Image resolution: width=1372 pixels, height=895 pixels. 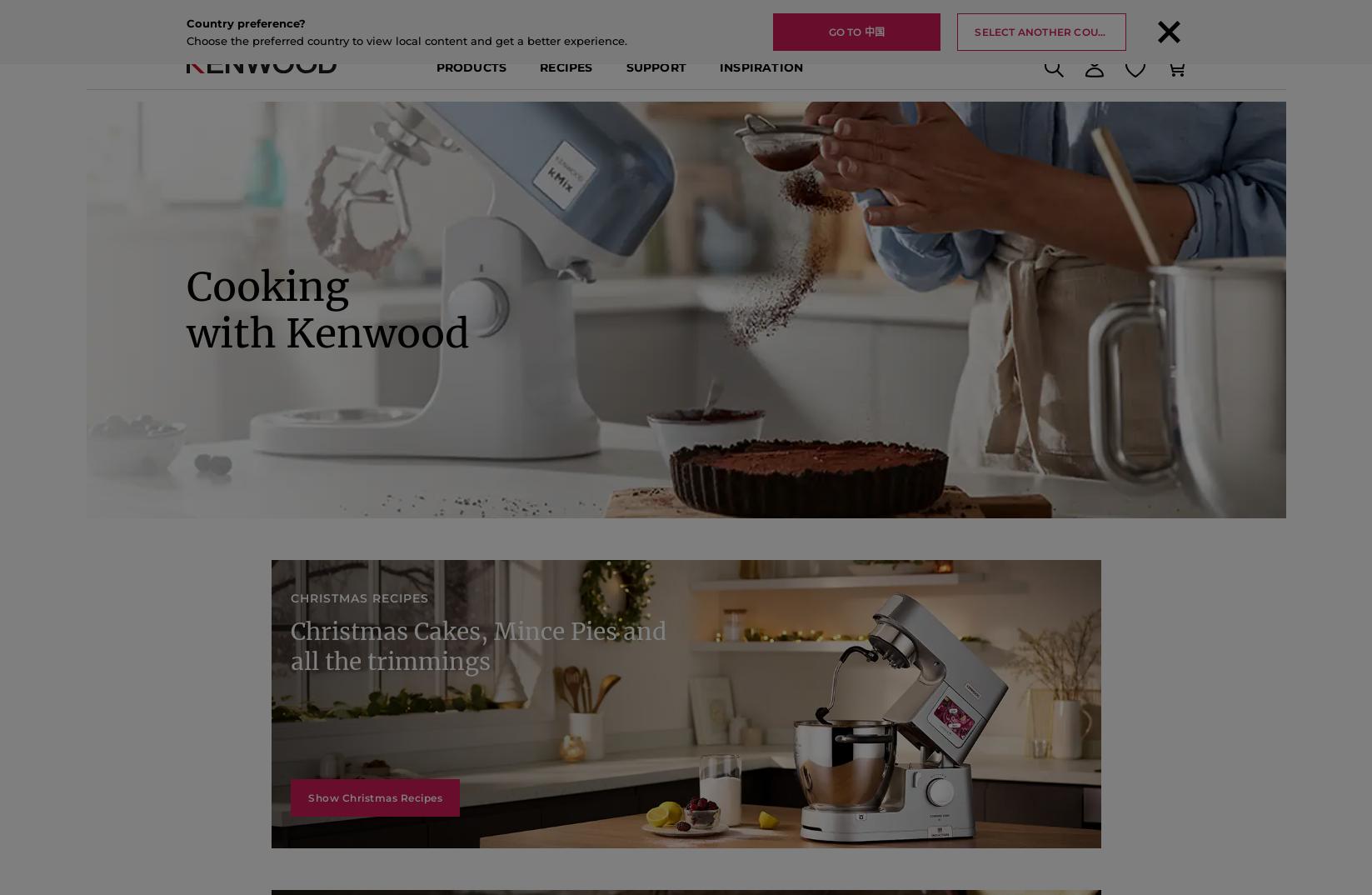 What do you see at coordinates (1049, 30) in the screenshot?
I see `'Select another country'` at bounding box center [1049, 30].